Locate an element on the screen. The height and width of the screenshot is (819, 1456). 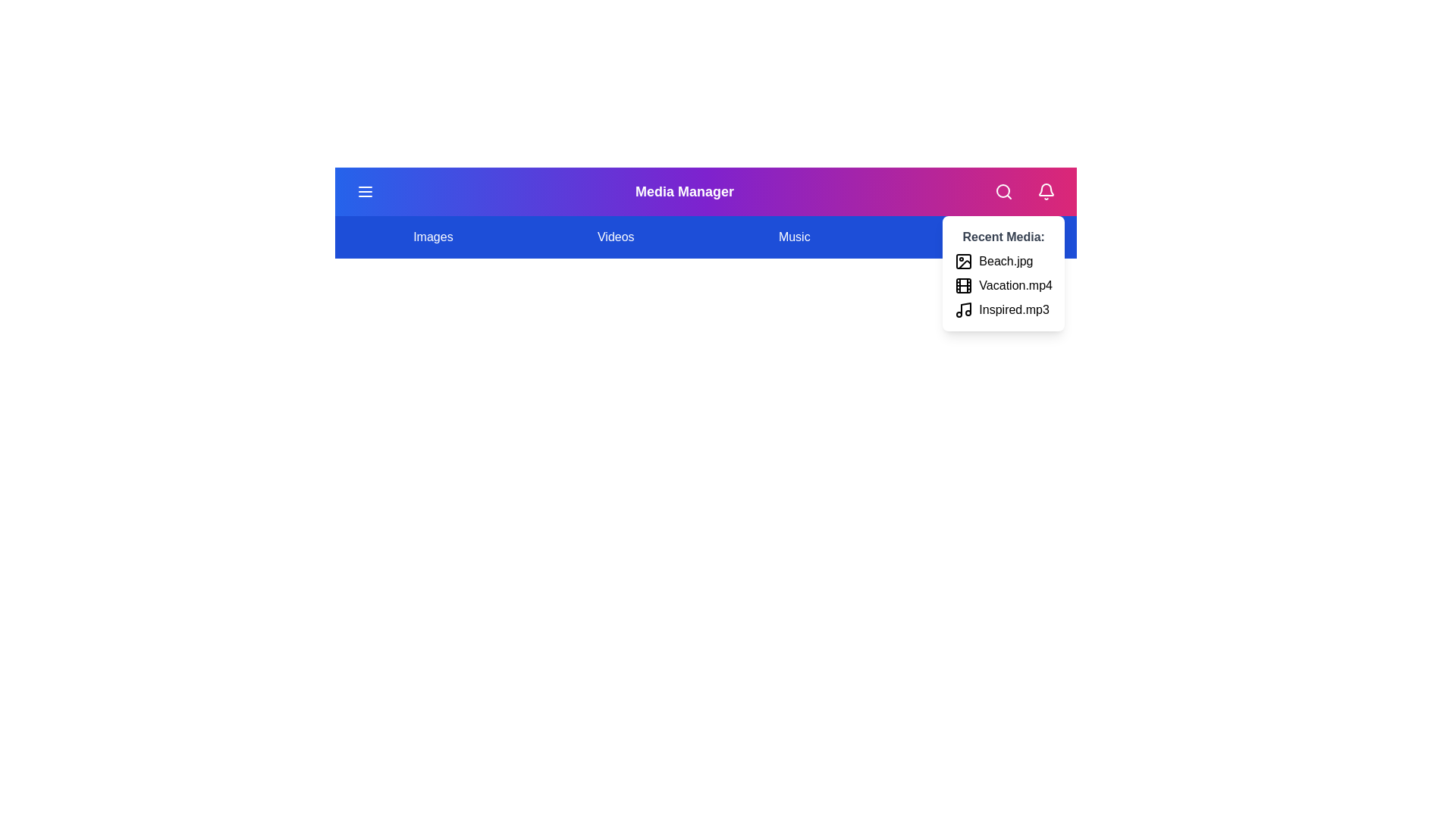
the media category Videos to navigate to it is located at coordinates (616, 237).